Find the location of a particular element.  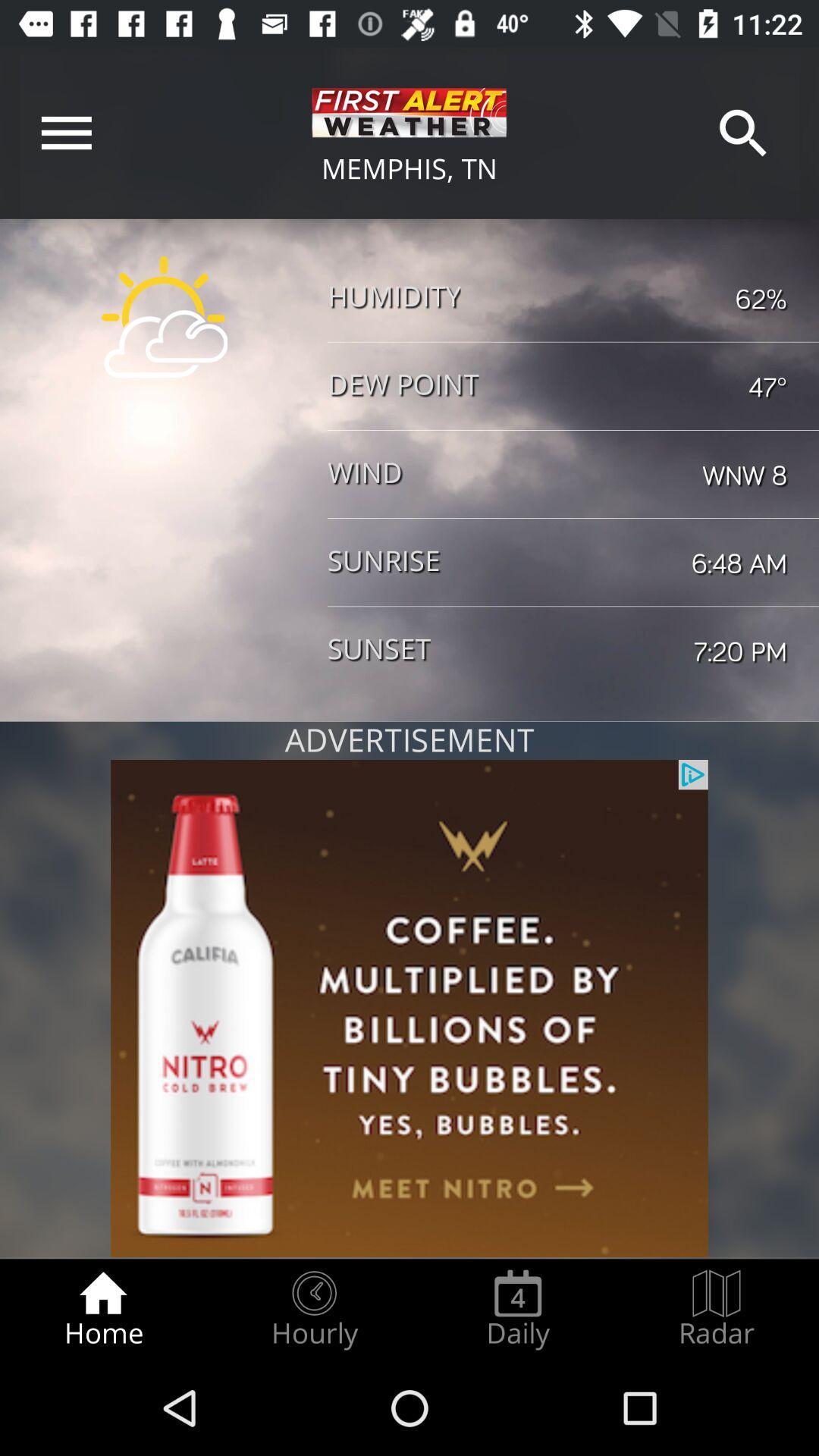

item to the left of daily icon is located at coordinates (313, 1309).